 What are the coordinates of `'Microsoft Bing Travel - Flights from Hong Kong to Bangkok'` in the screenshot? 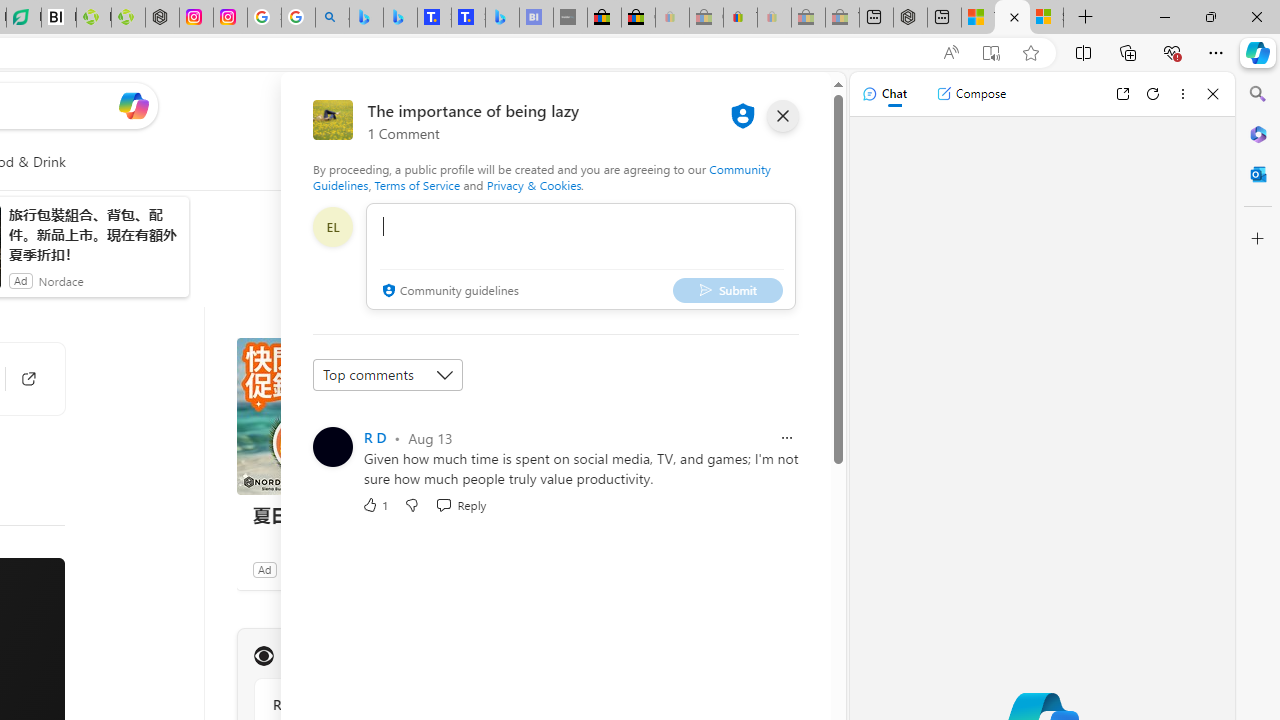 It's located at (366, 17).